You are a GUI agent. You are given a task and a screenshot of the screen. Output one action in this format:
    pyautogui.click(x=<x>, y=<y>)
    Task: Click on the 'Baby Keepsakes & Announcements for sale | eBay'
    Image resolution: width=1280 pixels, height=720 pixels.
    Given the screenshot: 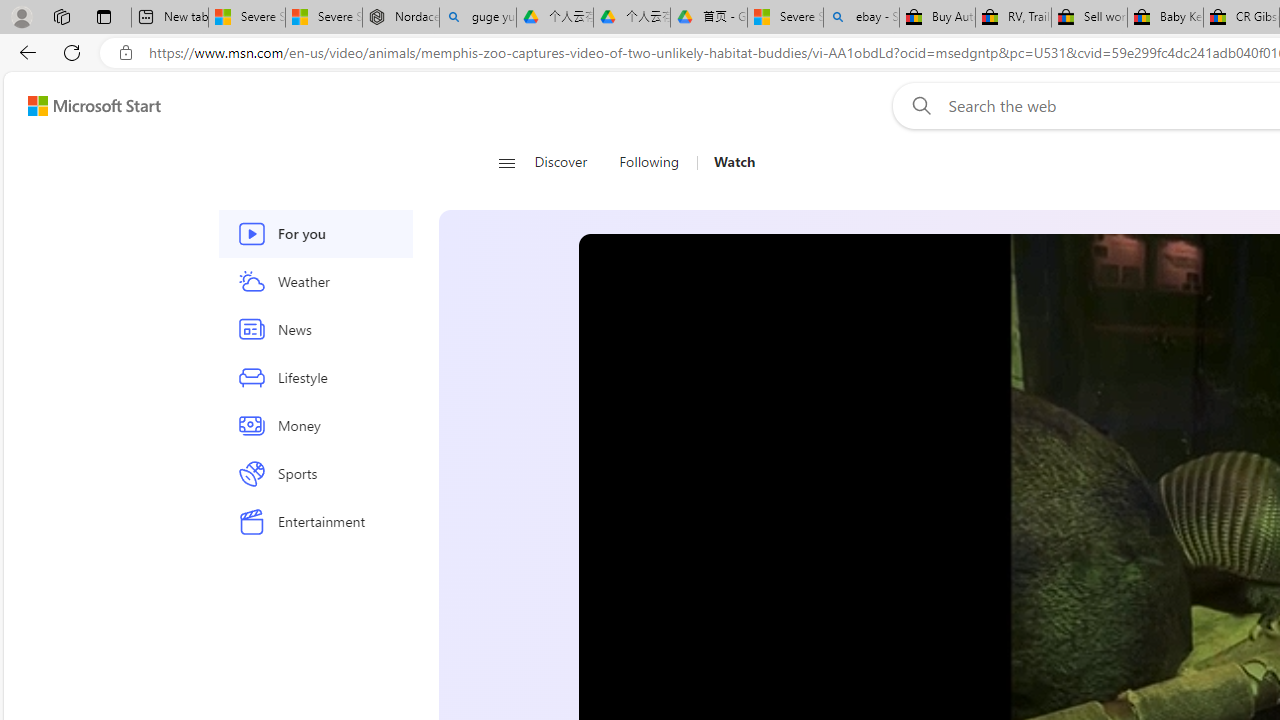 What is the action you would take?
    pyautogui.click(x=1165, y=17)
    